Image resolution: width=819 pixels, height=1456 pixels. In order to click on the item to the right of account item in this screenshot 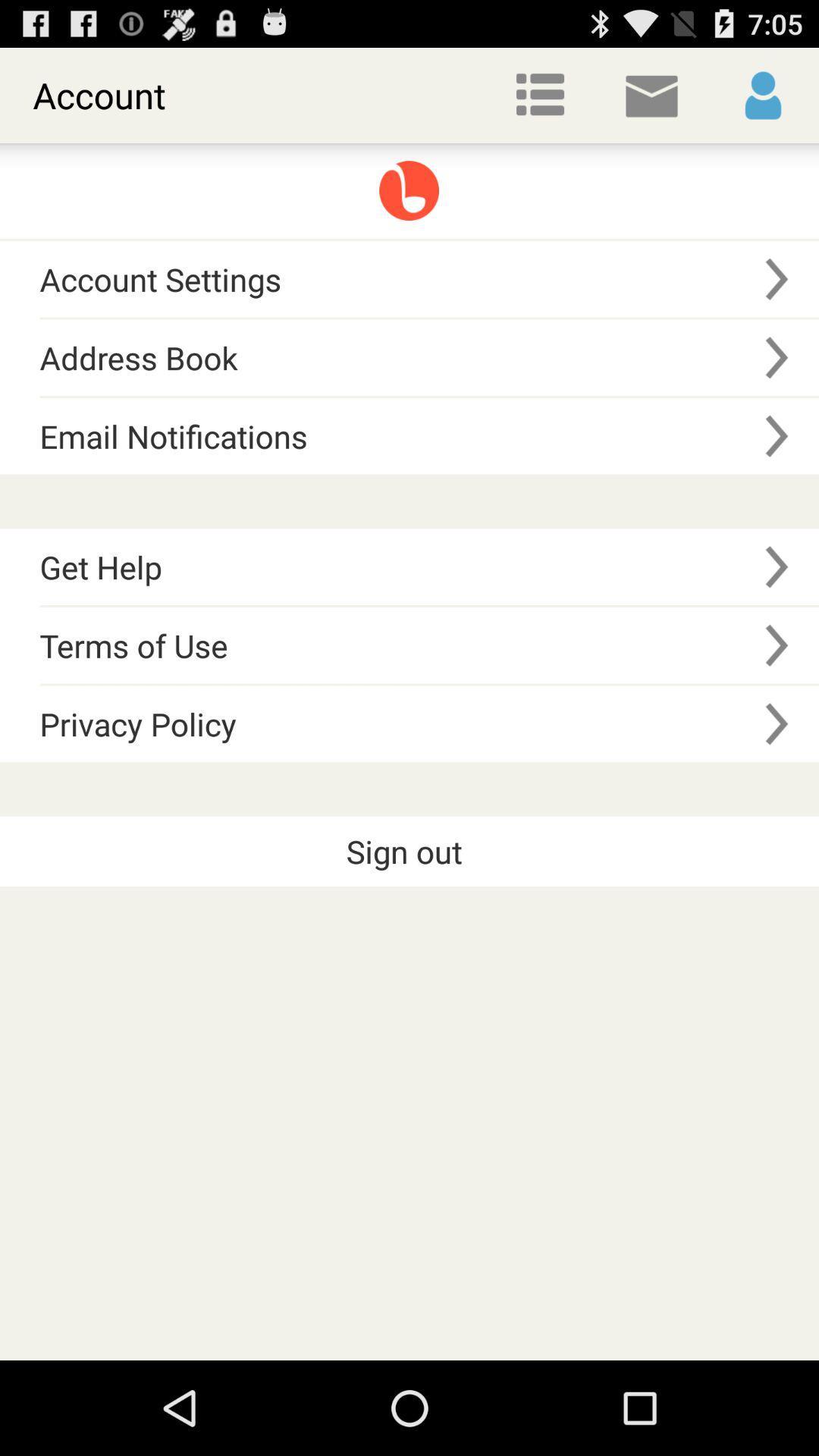, I will do `click(539, 94)`.